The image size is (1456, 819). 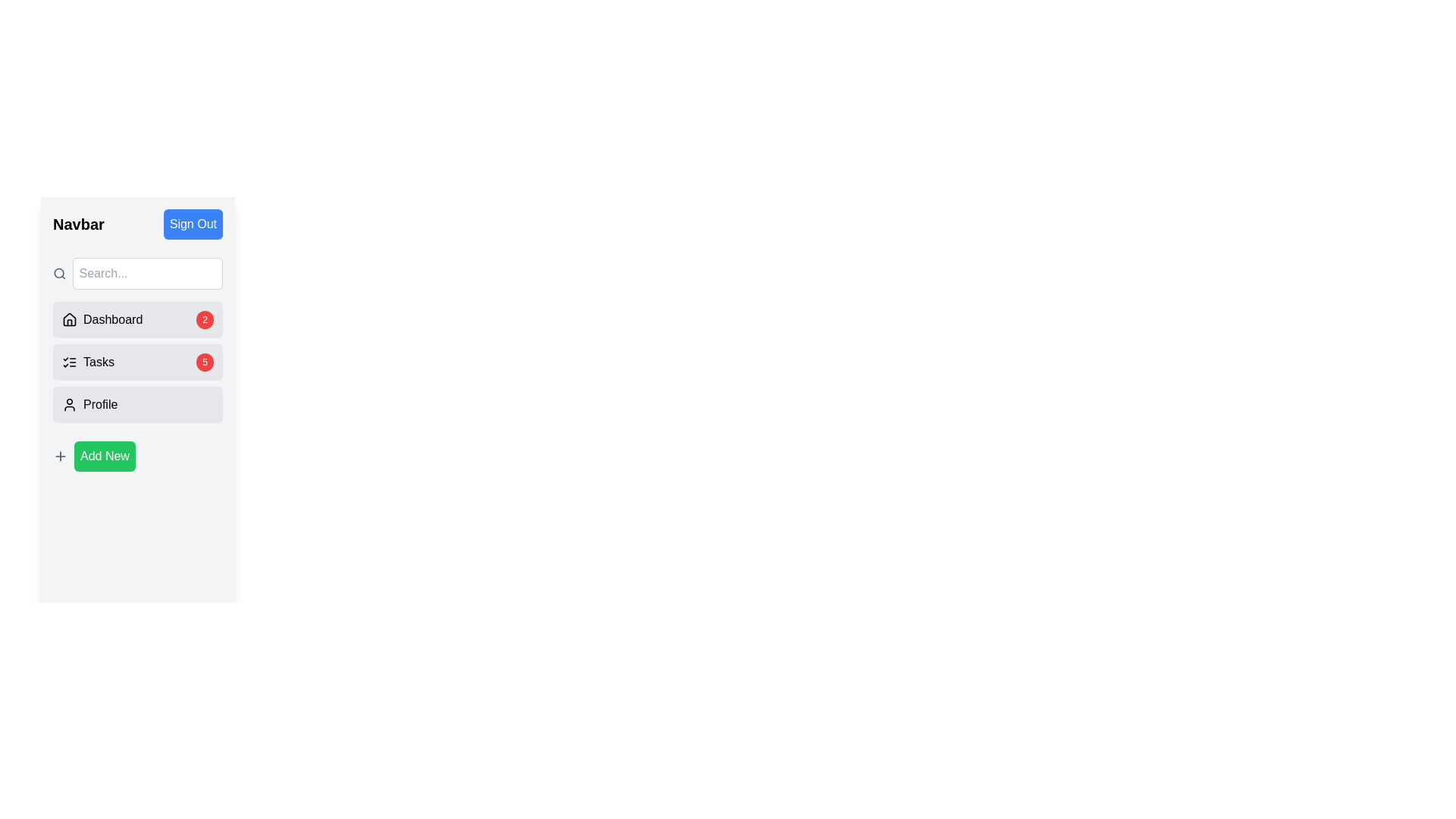 What do you see at coordinates (58, 273) in the screenshot?
I see `the circular part of the magnifying glass icon located to the left of the search input field in the sidebar under the label 'Navbar'` at bounding box center [58, 273].